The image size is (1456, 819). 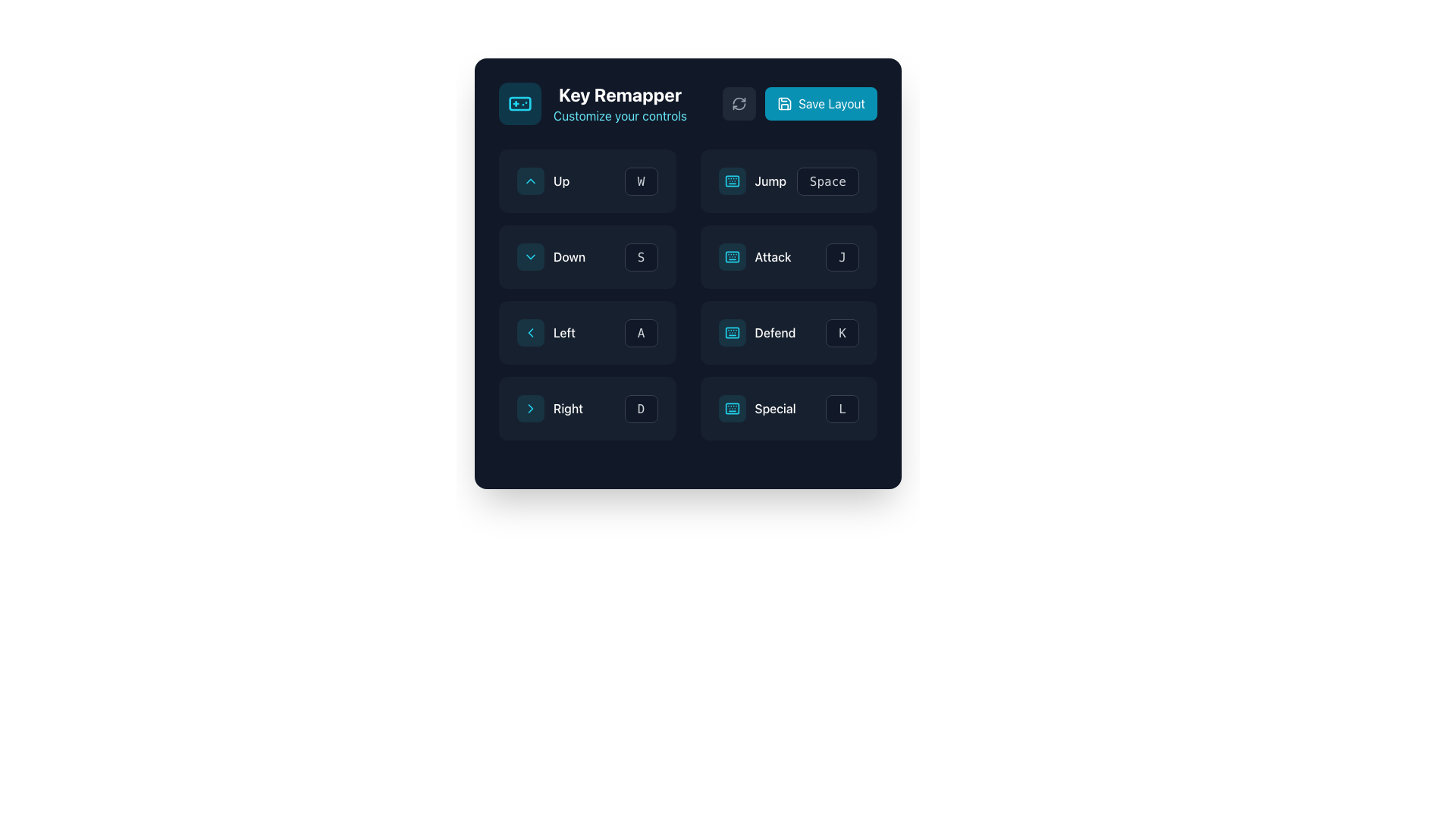 What do you see at coordinates (821, 103) in the screenshot?
I see `the save button located in the top-right section of the interface, adjacent to the 'Key Remapper' section, which is the second visible button from the right, to observe any visual feedback` at bounding box center [821, 103].